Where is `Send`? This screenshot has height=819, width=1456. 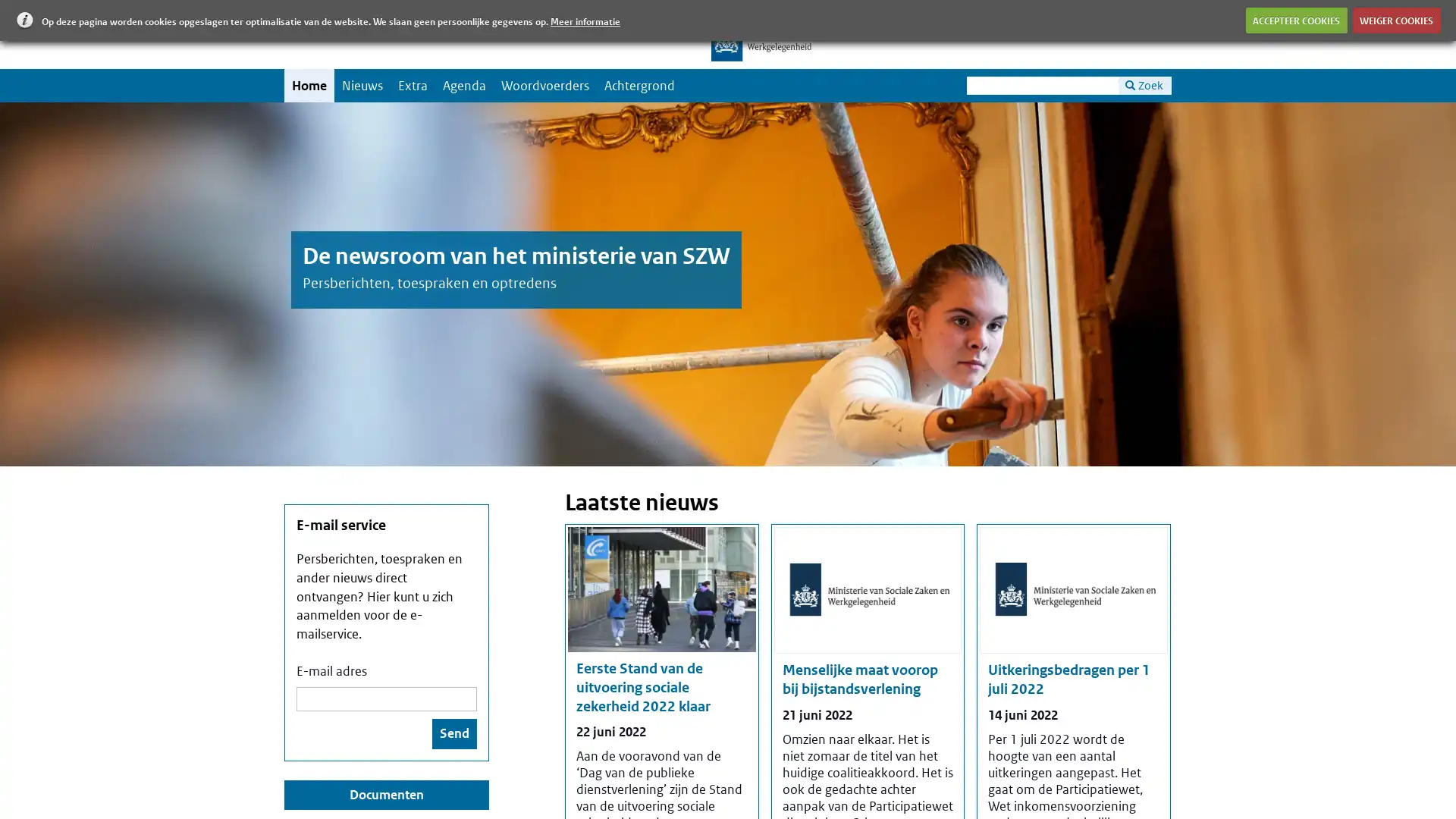 Send is located at coordinates (453, 733).